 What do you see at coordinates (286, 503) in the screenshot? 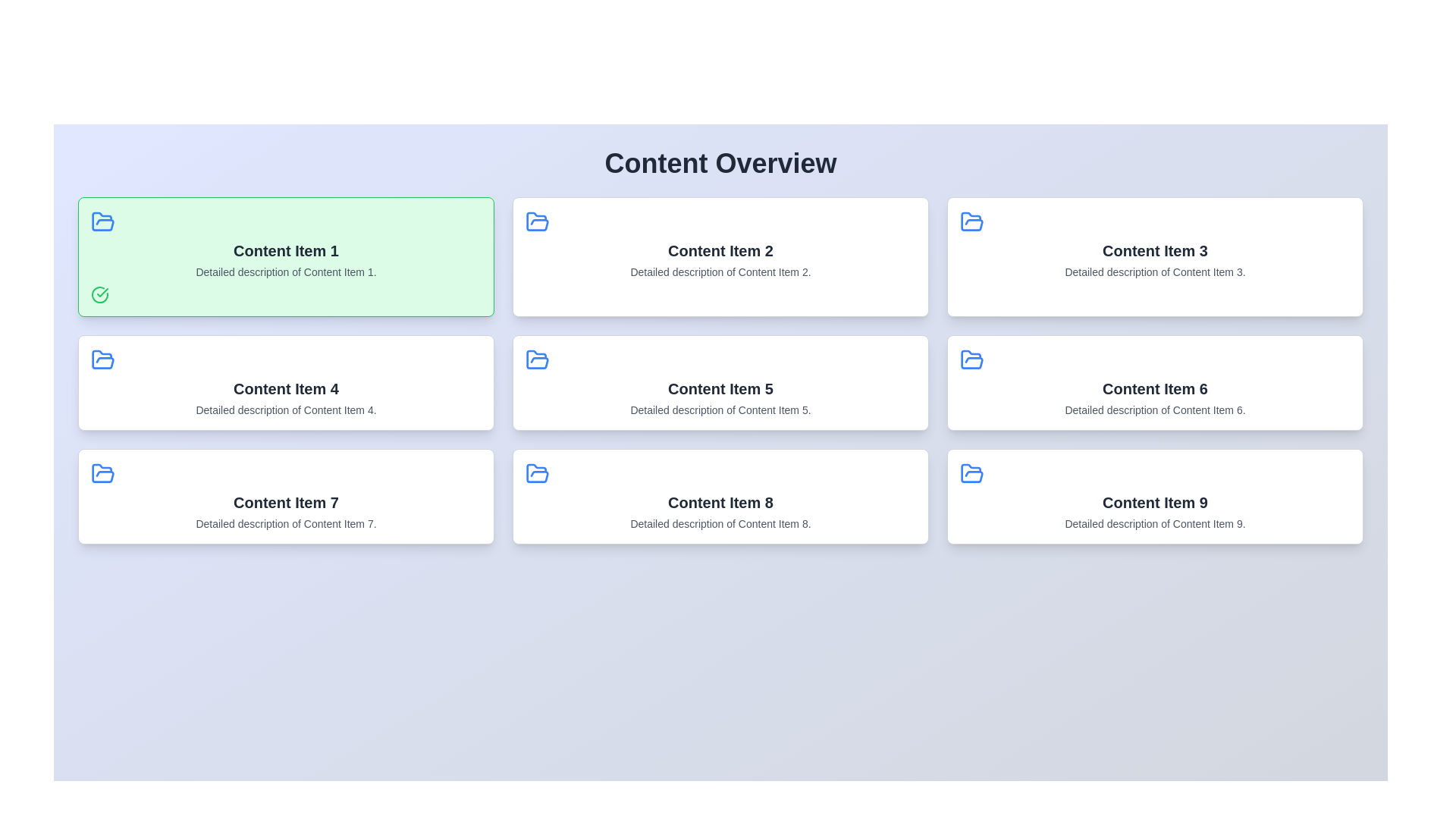
I see `the Text Label, which serves as the title or heading of the card located in the bottom-left corner of the grid layout, specifically the leftmost card in the third row, positioned between the blue folder icon above and the descriptive text below` at bounding box center [286, 503].